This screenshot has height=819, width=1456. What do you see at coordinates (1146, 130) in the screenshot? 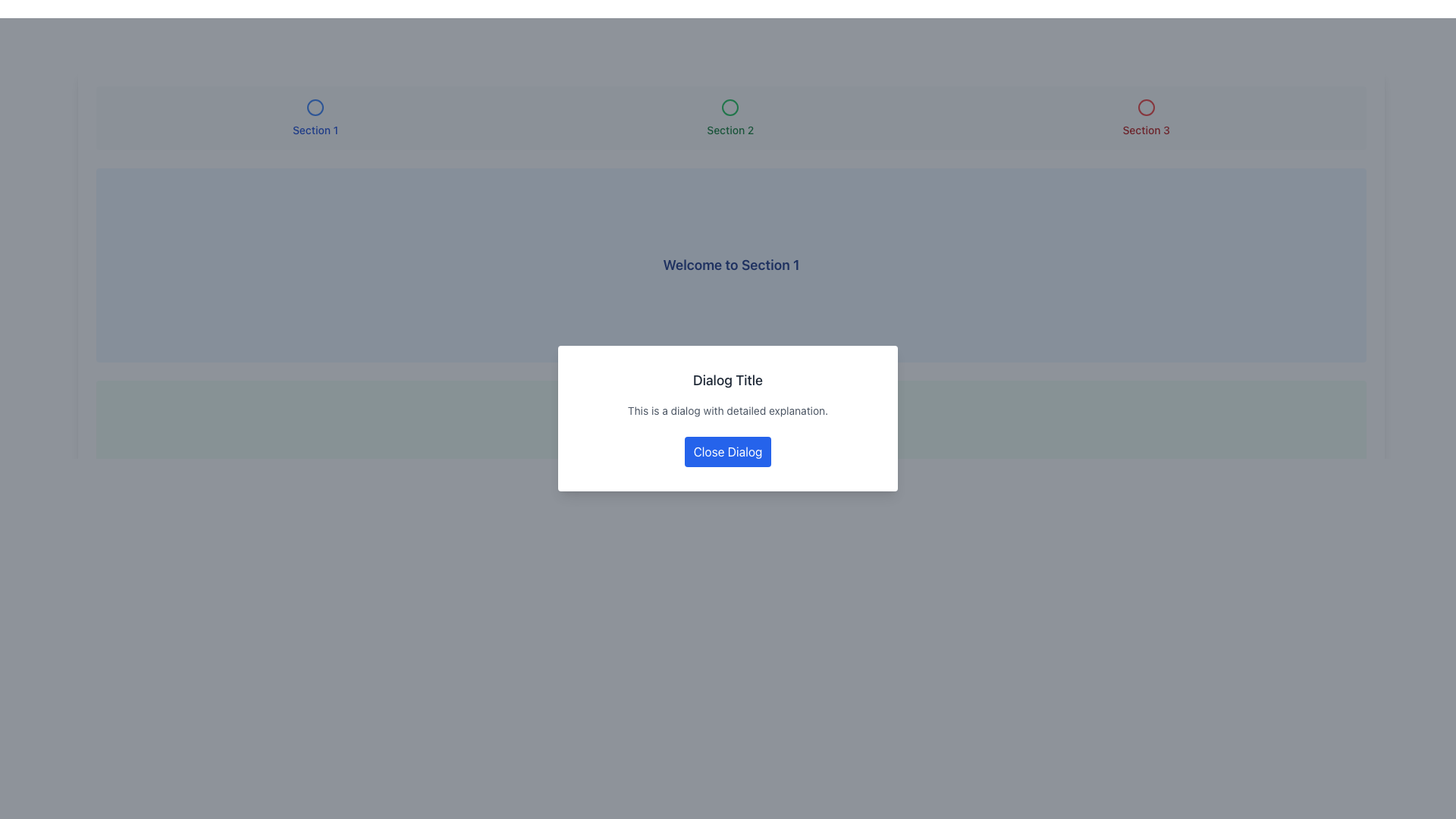
I see `the text label displaying 'Section 3' which is styled in bold red font and located below a circular icon in the upper-right part of the interface` at bounding box center [1146, 130].